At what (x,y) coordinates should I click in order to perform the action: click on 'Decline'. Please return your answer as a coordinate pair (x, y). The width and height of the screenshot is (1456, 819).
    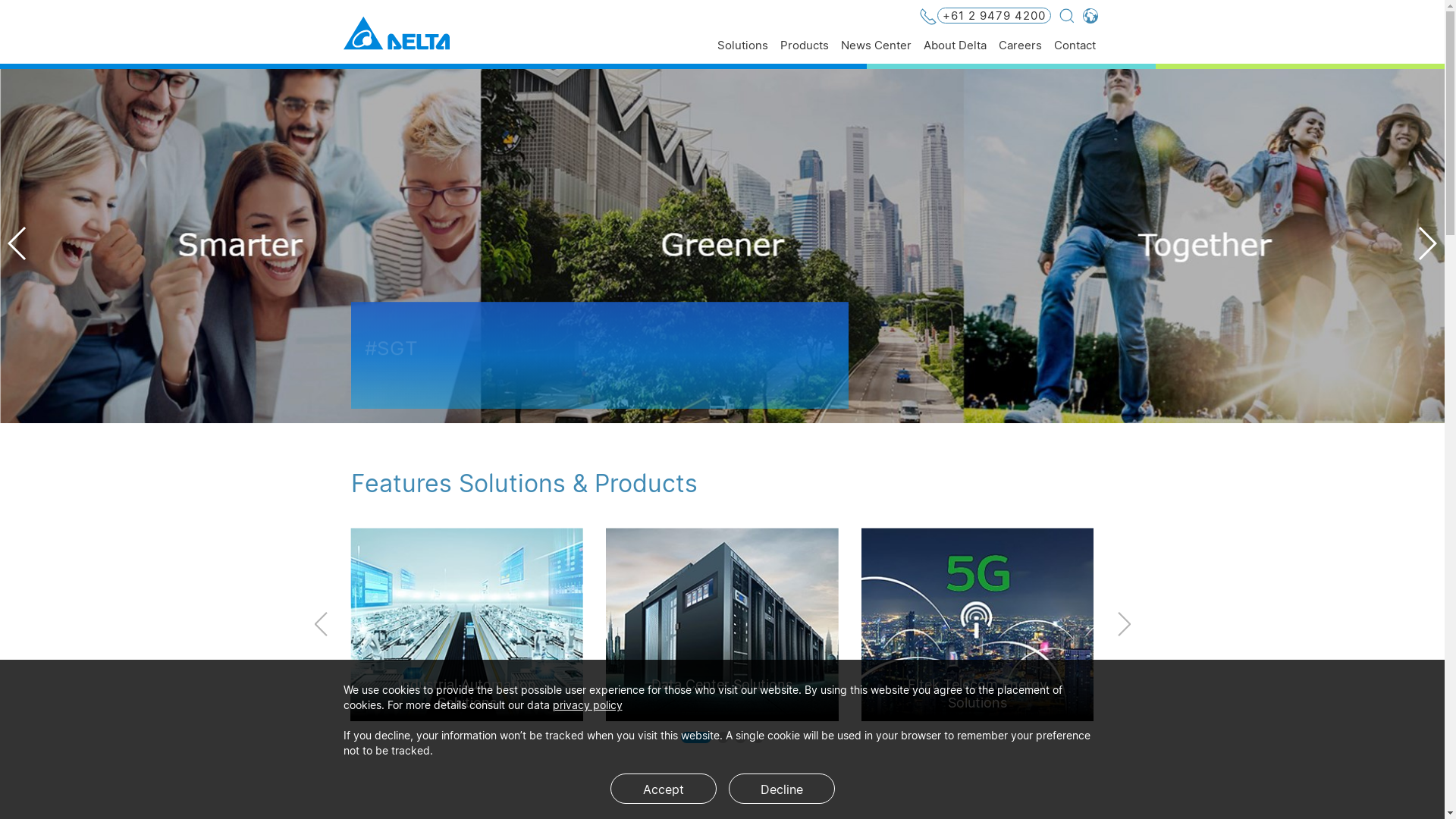
    Looking at the image, I should click on (781, 788).